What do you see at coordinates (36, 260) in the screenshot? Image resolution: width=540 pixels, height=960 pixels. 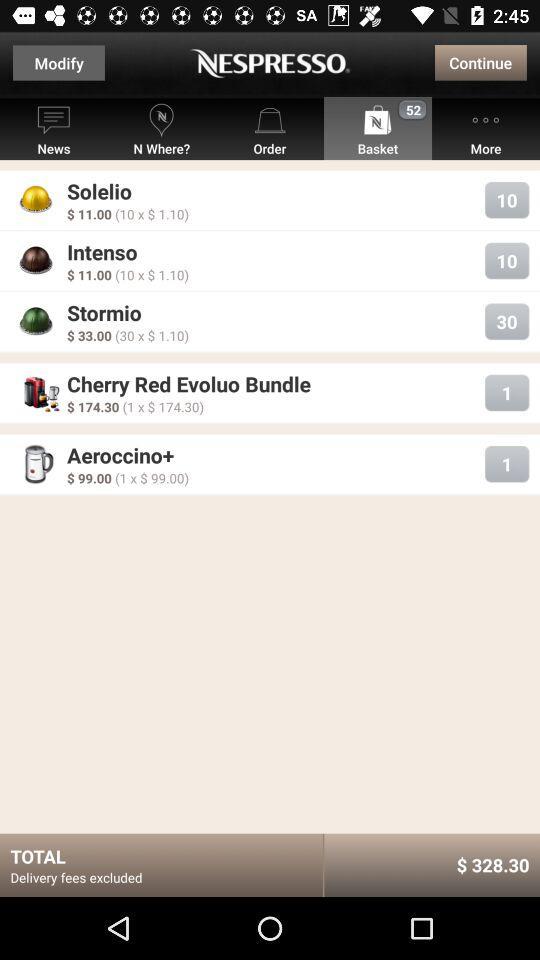 I see `the icon which is beside intenso` at bounding box center [36, 260].